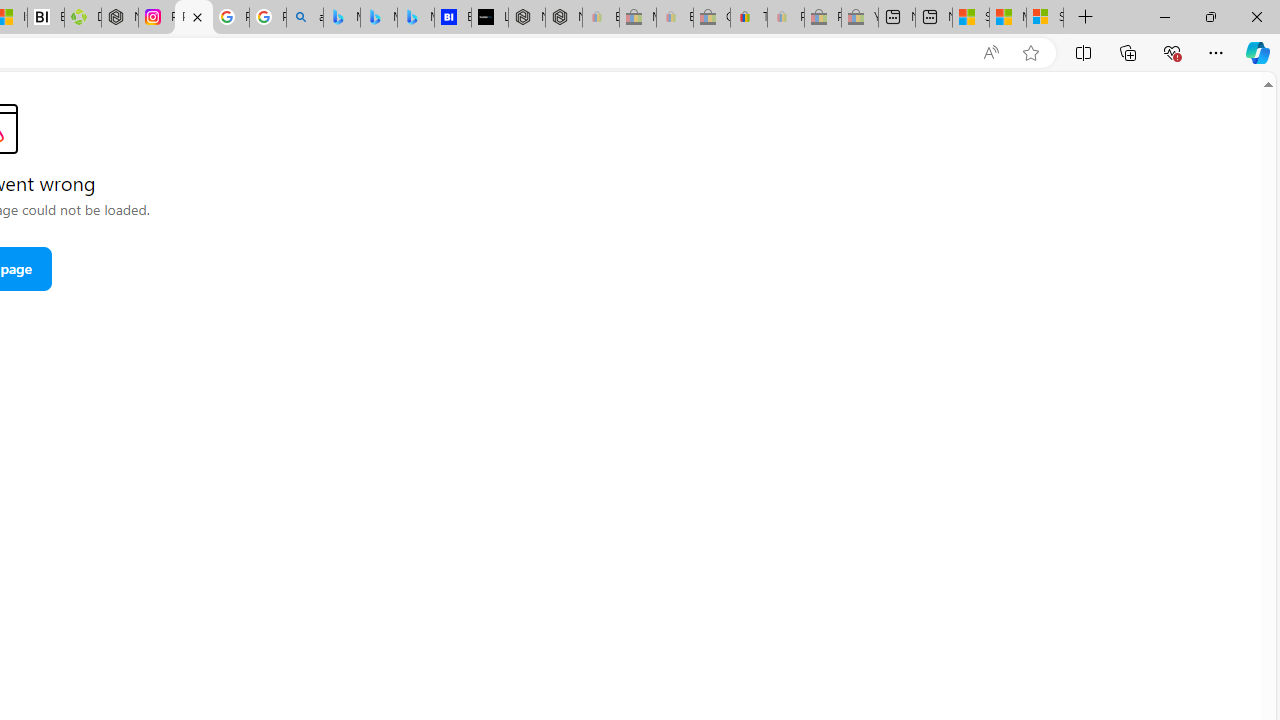 The height and width of the screenshot is (720, 1280). Describe the element at coordinates (341, 17) in the screenshot. I see `'Microsoft Bing Travel - Flights from Hong Kong to Bangkok'` at that location.